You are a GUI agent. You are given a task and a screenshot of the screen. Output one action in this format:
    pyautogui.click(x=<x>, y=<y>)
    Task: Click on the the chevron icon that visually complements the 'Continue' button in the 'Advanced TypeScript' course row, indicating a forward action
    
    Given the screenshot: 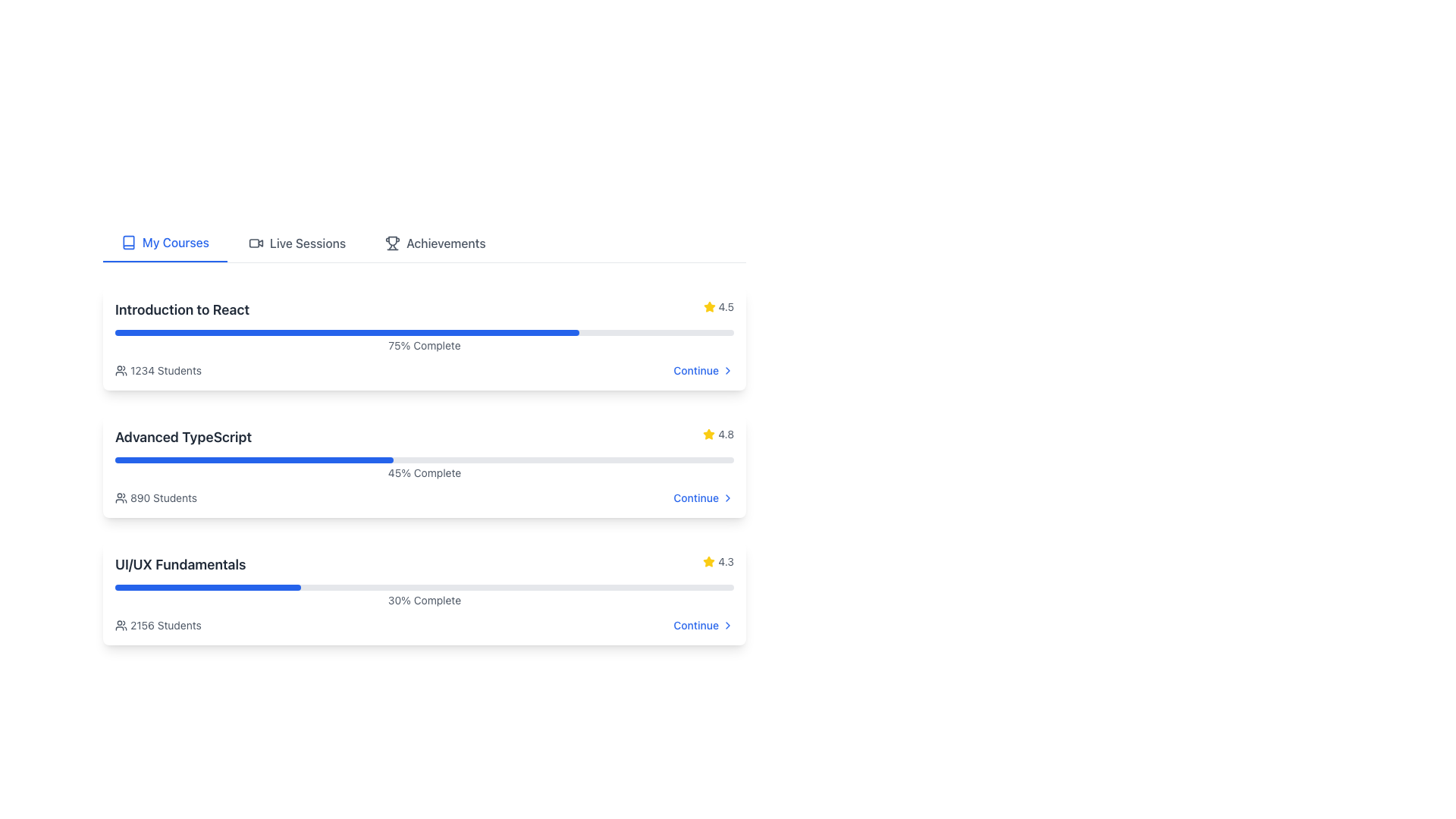 What is the action you would take?
    pyautogui.click(x=728, y=497)
    